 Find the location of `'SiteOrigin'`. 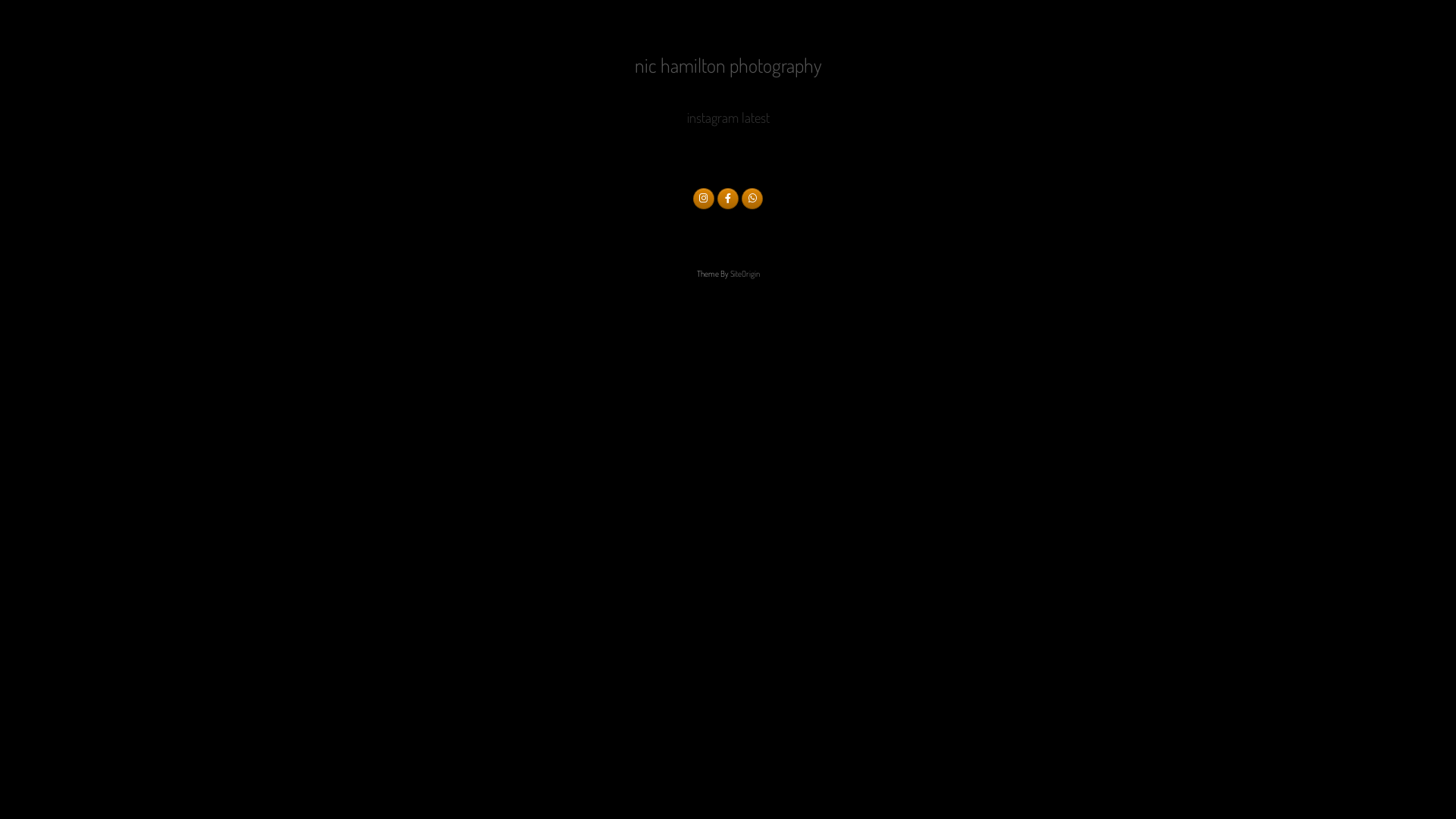

'SiteOrigin' is located at coordinates (744, 274).